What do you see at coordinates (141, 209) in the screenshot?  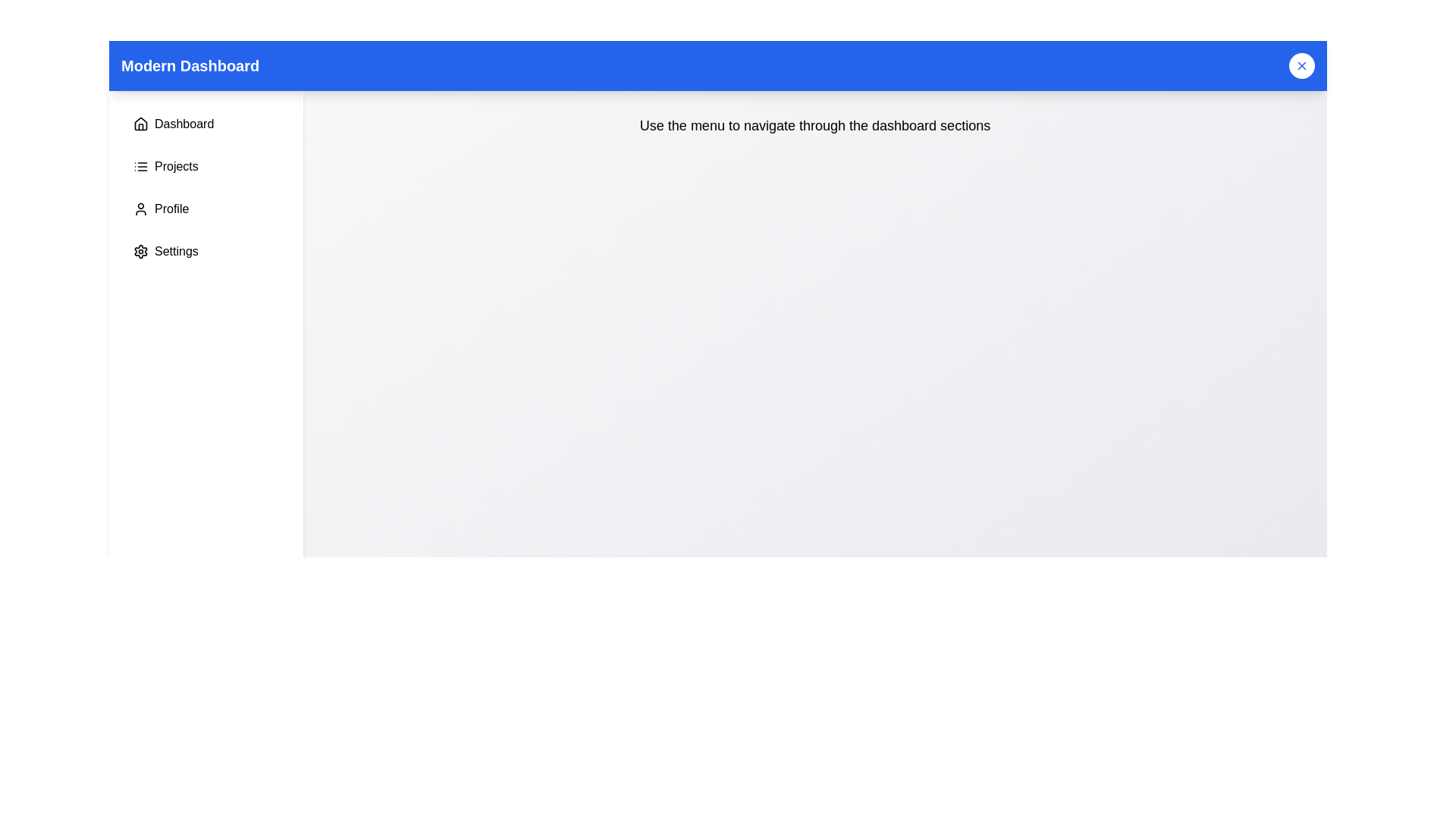 I see `the user profile icon located to the left of the 'Profile' text in the navigation menu` at bounding box center [141, 209].